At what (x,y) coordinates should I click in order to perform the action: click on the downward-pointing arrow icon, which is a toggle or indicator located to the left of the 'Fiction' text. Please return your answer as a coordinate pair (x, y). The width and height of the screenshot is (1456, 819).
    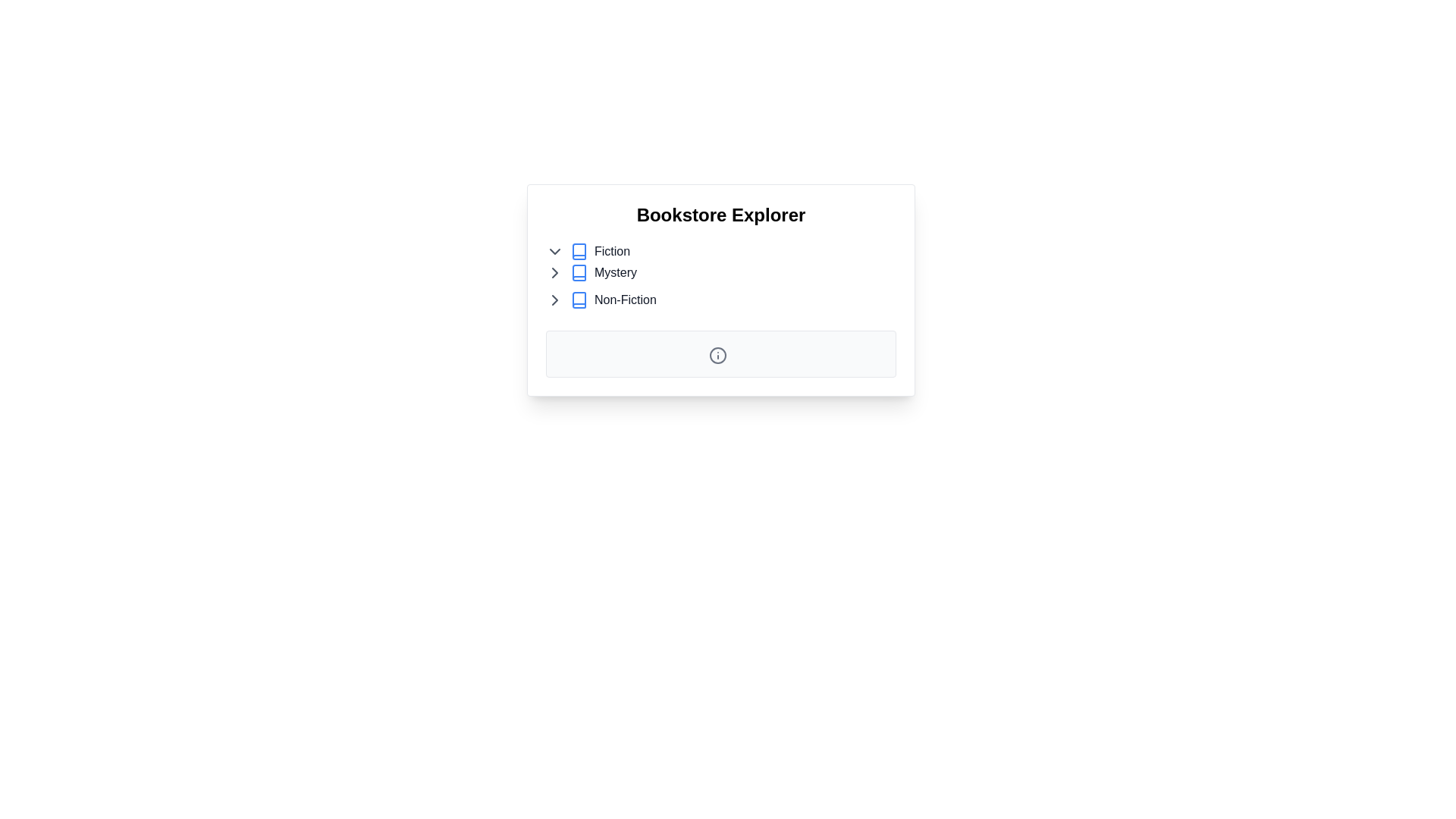
    Looking at the image, I should click on (554, 250).